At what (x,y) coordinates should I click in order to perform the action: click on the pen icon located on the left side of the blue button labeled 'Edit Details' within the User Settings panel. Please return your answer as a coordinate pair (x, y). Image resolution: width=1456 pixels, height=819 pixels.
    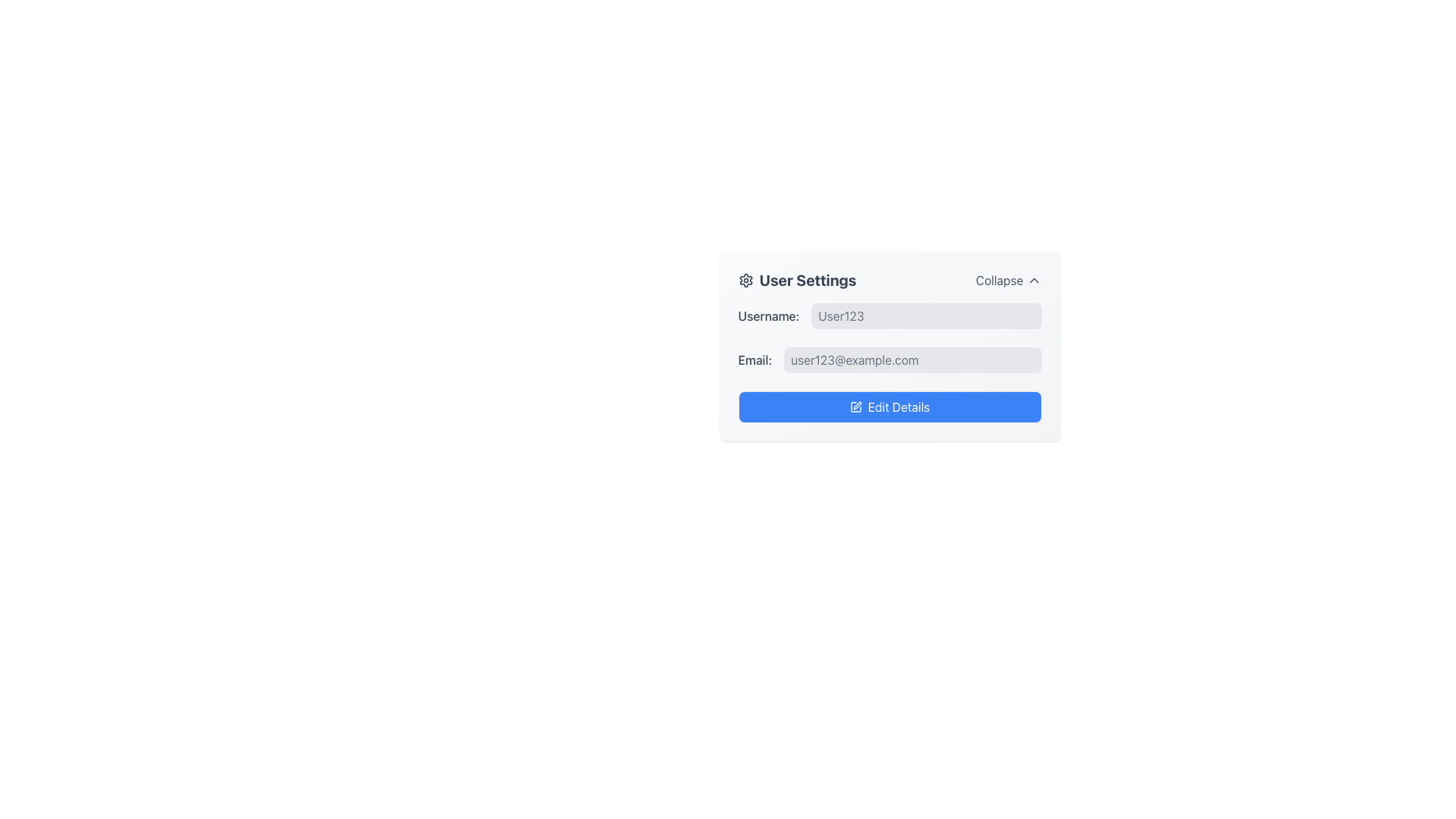
    Looking at the image, I should click on (855, 406).